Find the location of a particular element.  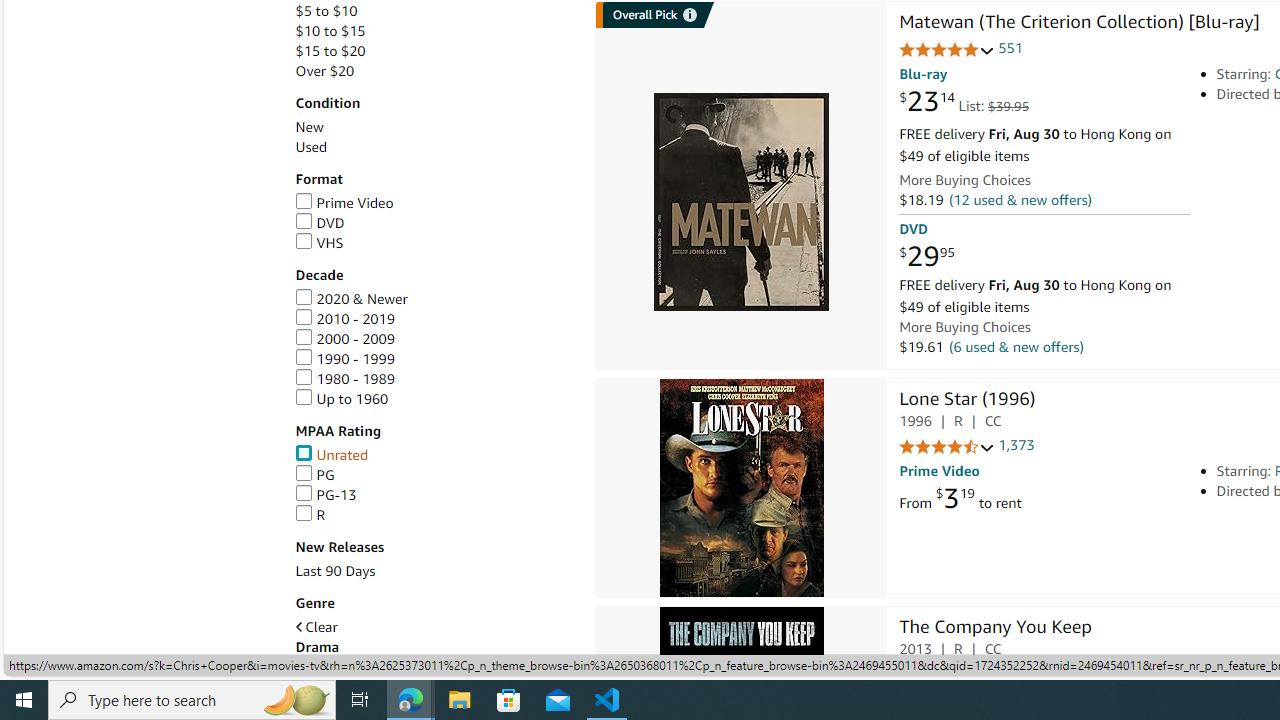

'Clear' is located at coordinates (315, 626).